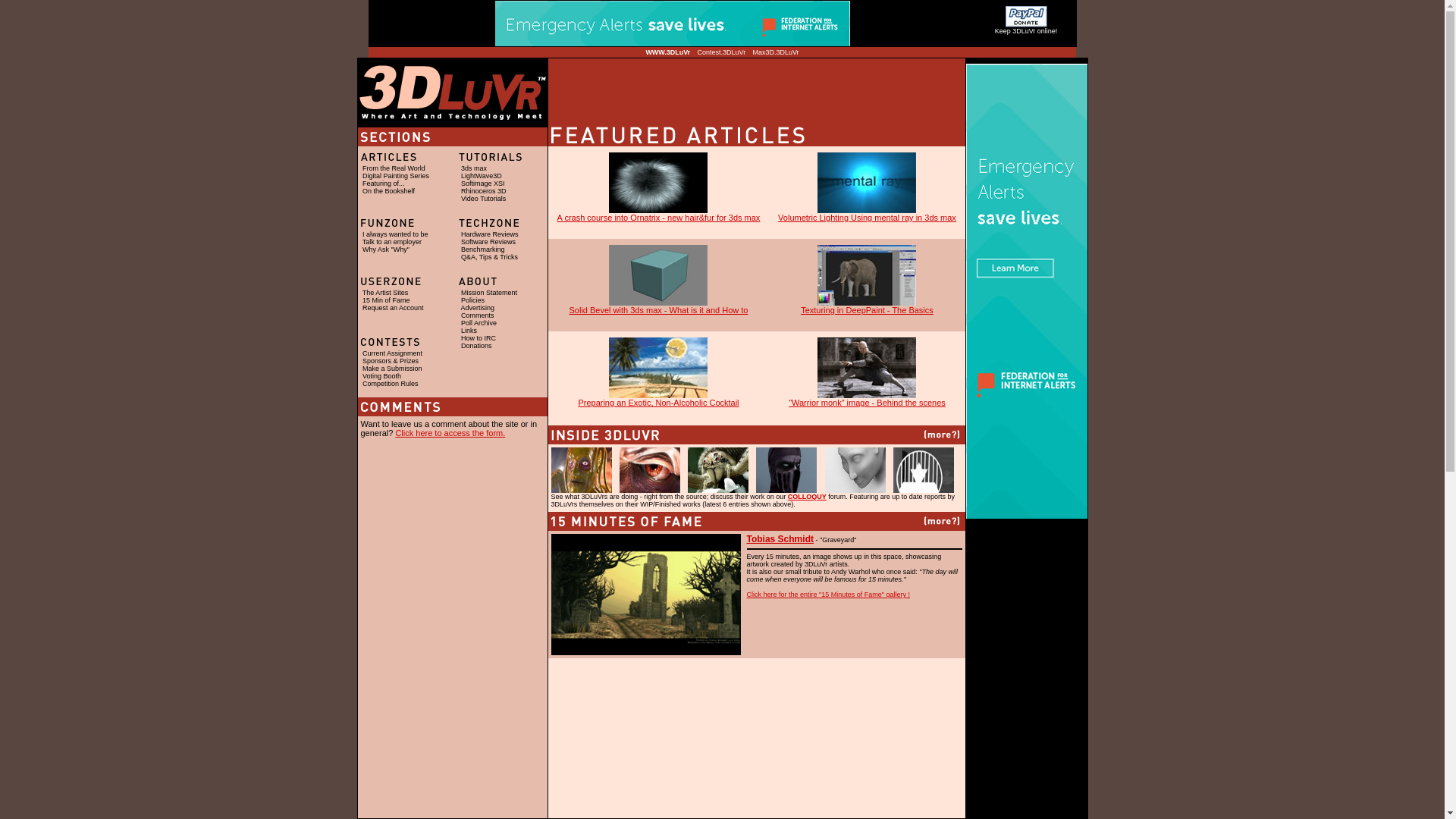 The height and width of the screenshot is (819, 1456). Describe the element at coordinates (468, 329) in the screenshot. I see `'Links'` at that location.